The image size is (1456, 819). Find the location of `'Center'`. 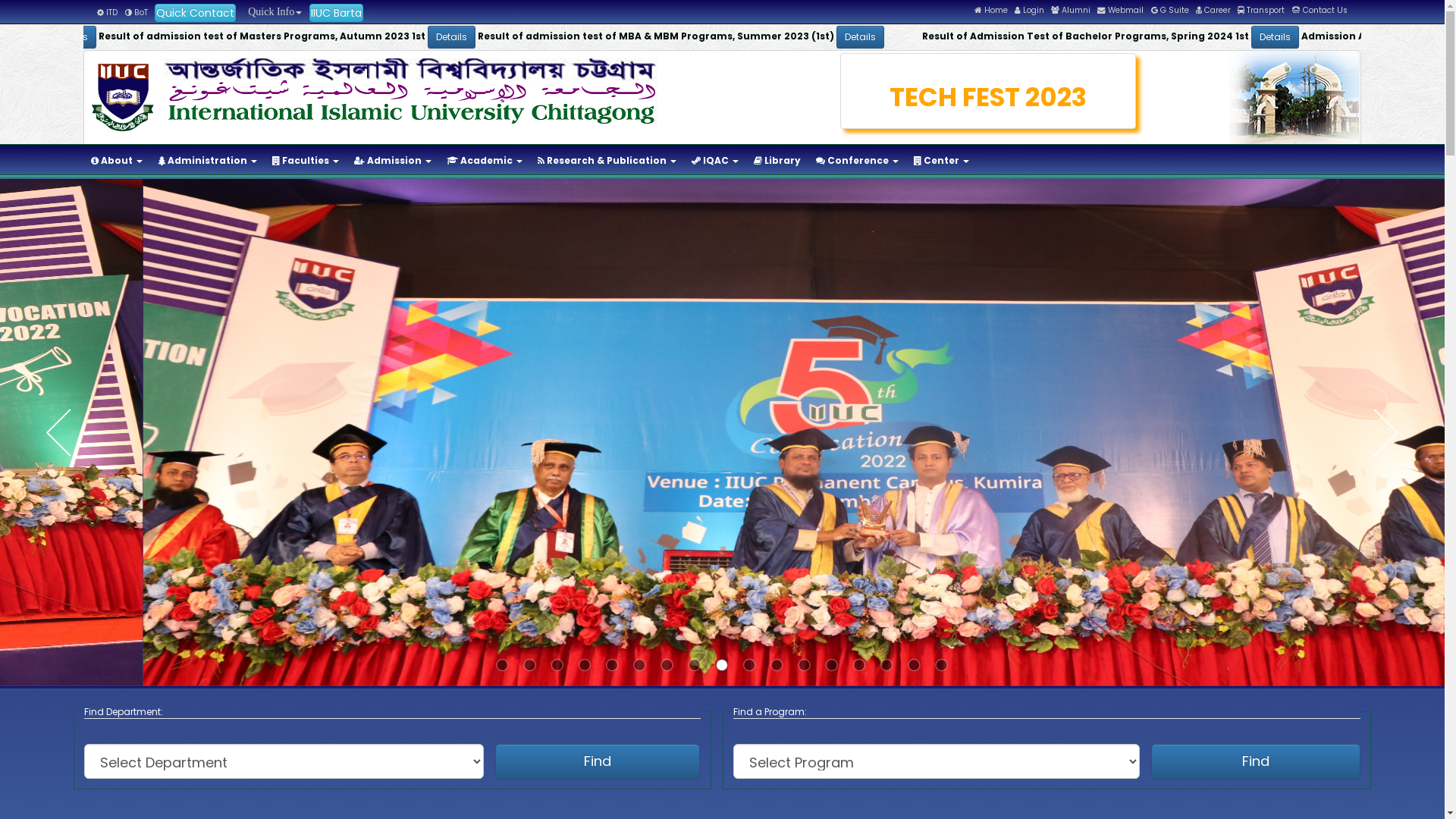

'Center' is located at coordinates (940, 161).